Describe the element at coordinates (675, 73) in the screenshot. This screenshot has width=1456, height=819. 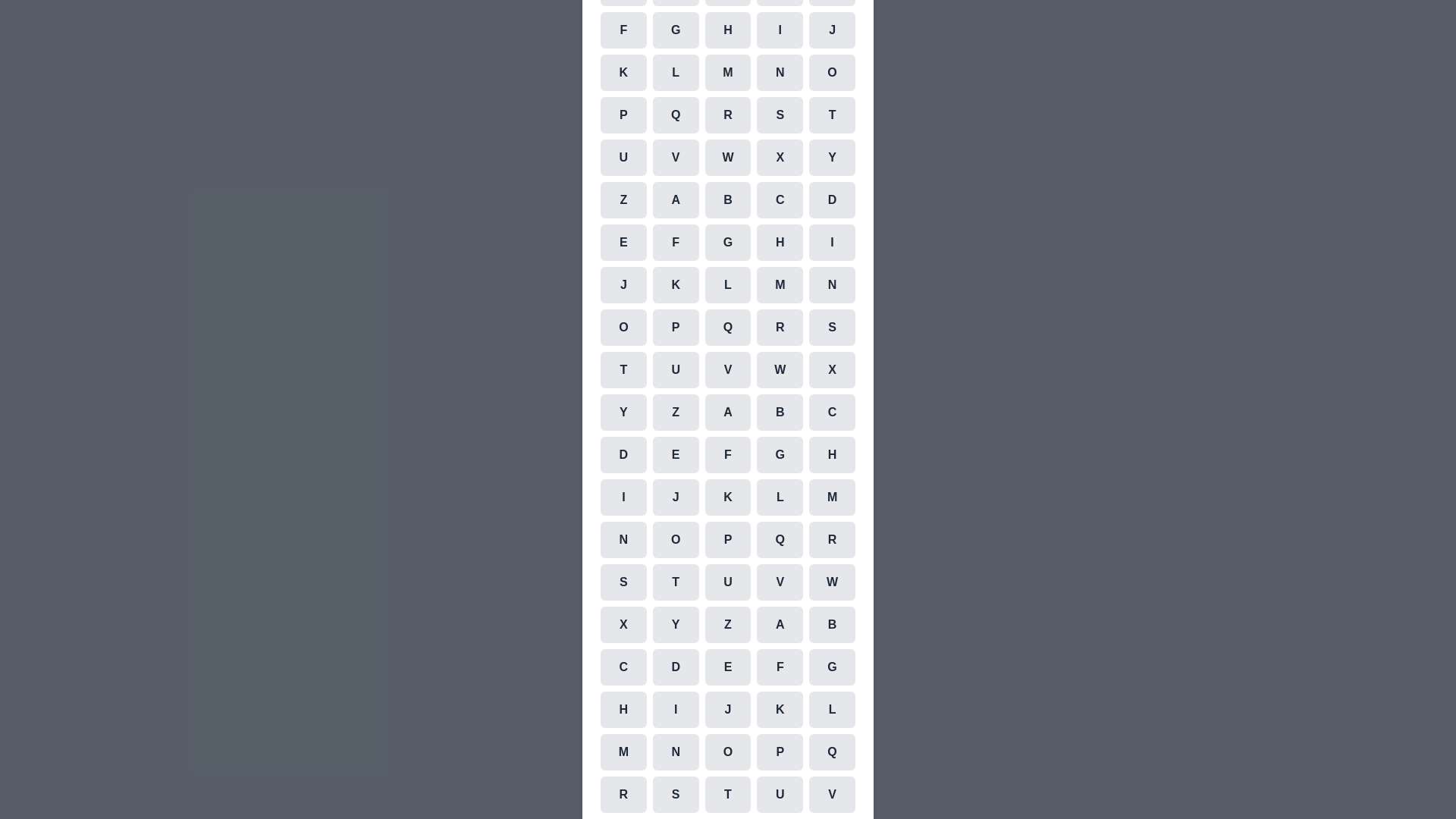
I see `the cell representing the character L` at that location.